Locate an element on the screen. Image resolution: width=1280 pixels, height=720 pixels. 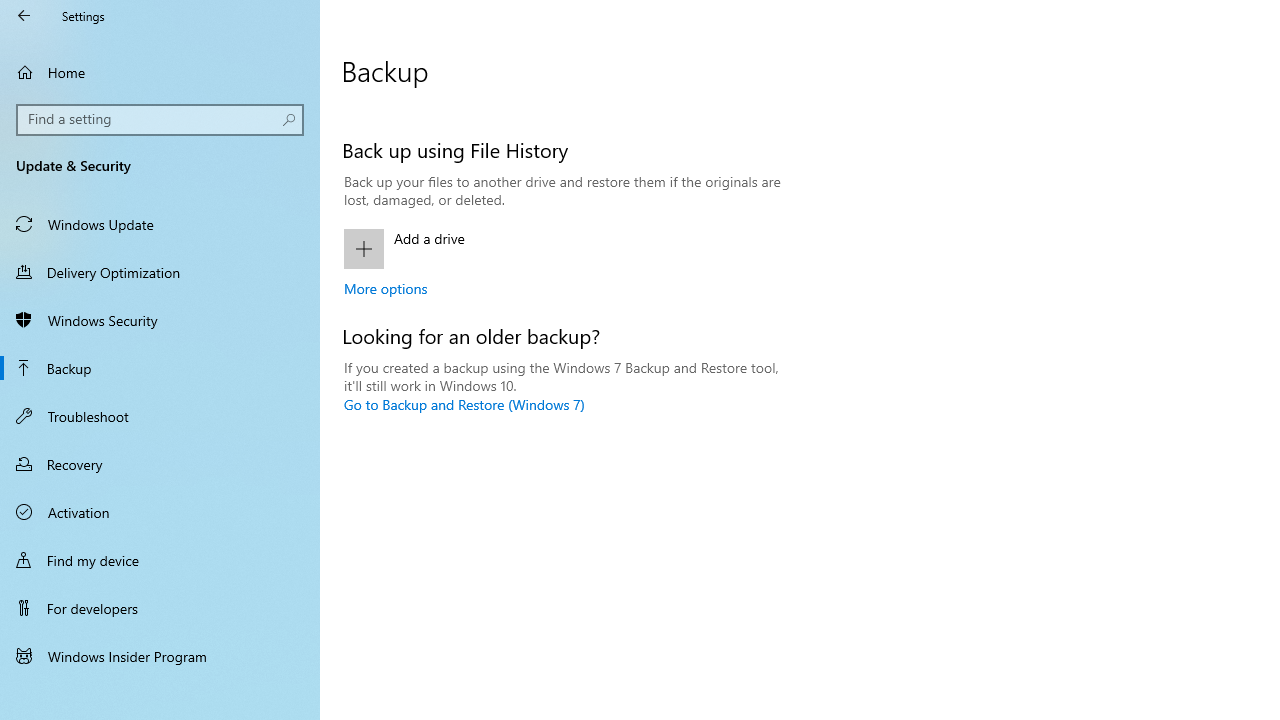
'Recovery' is located at coordinates (160, 464).